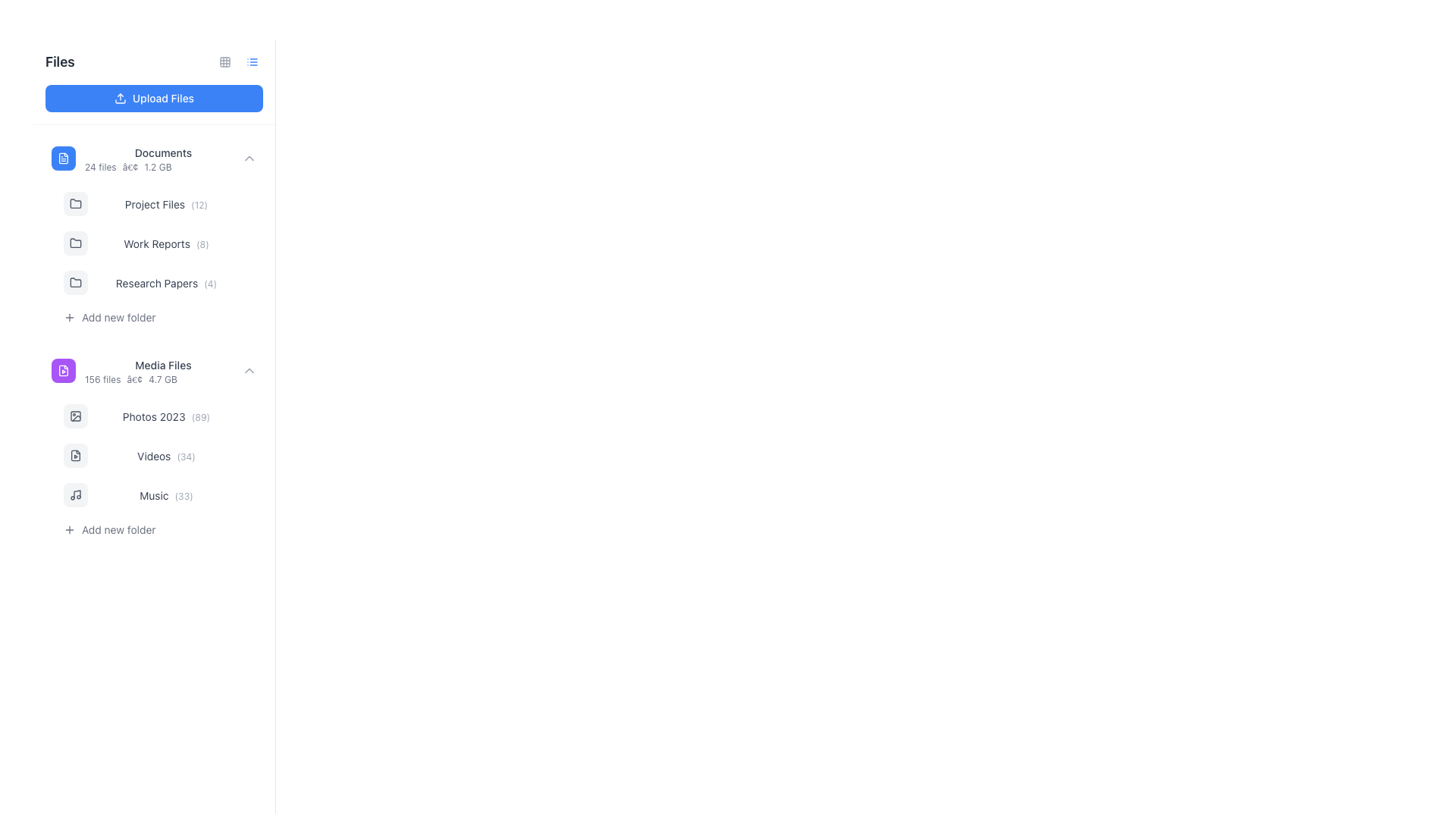 The image size is (1456, 819). I want to click on the 'Documents' collapsible list item, so click(154, 158).